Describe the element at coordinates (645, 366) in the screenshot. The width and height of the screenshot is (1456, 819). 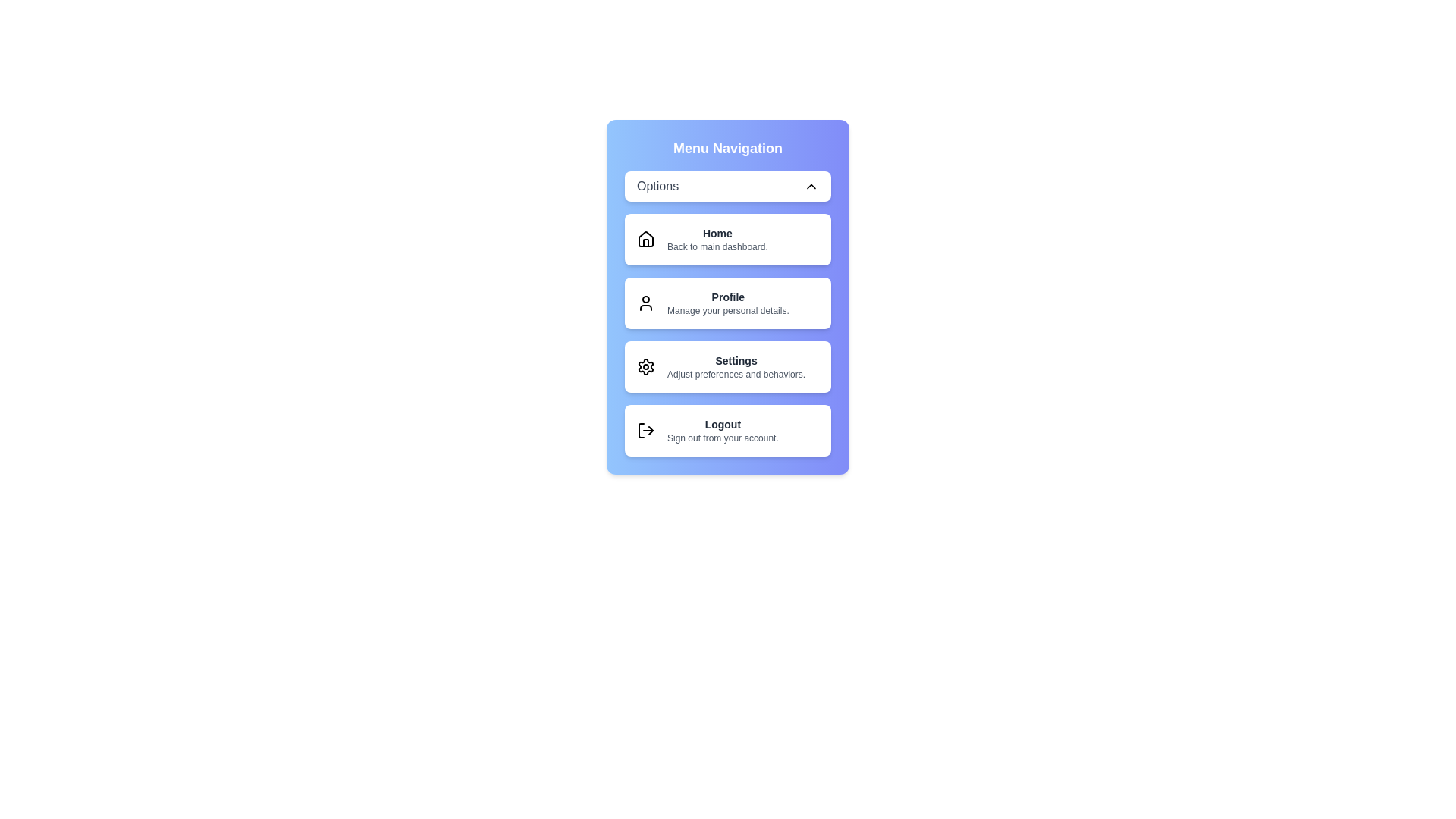
I see `the icon corresponding to the menu item Settings` at that location.